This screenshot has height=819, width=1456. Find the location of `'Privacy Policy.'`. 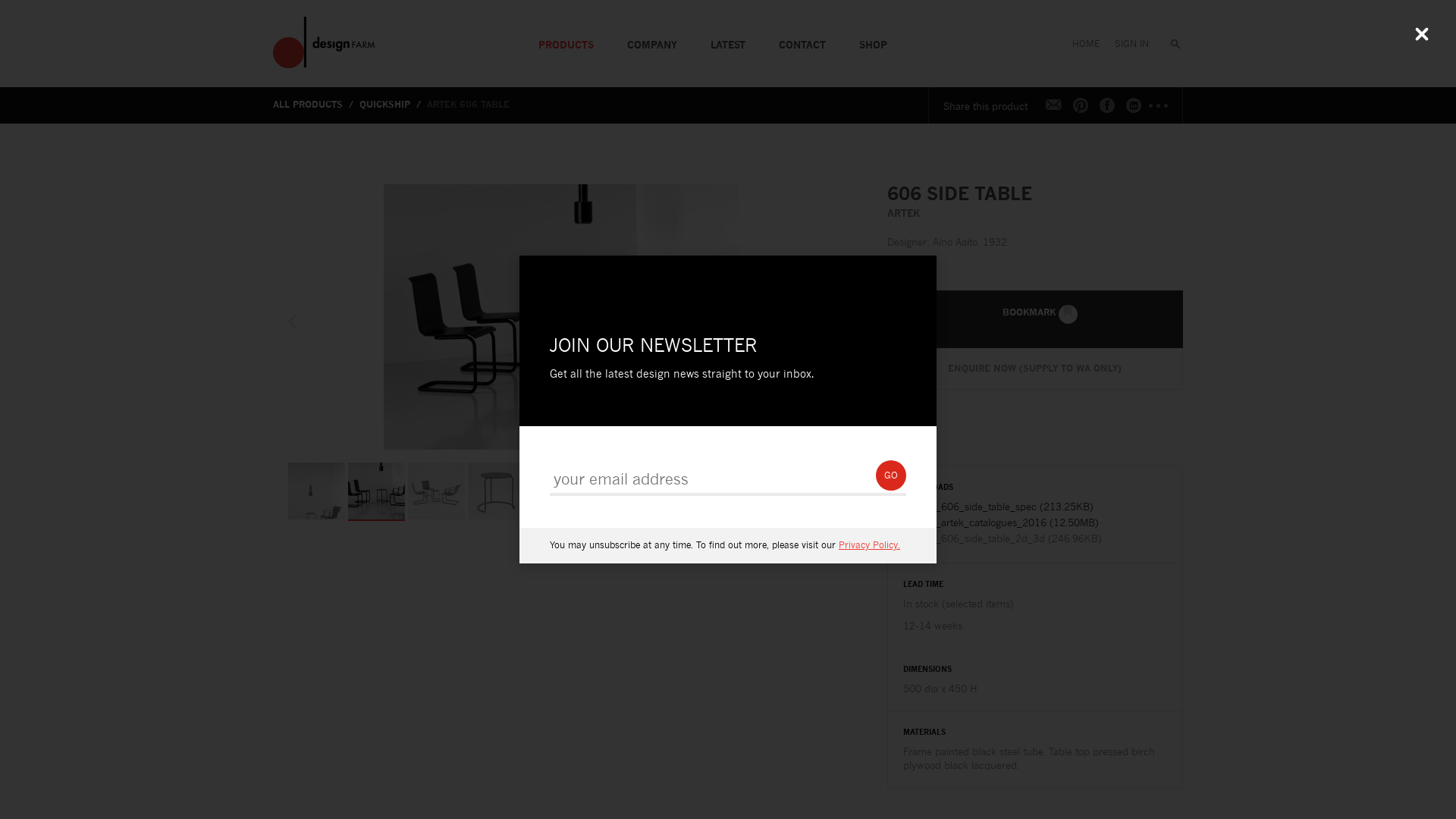

'Privacy Policy.' is located at coordinates (869, 544).